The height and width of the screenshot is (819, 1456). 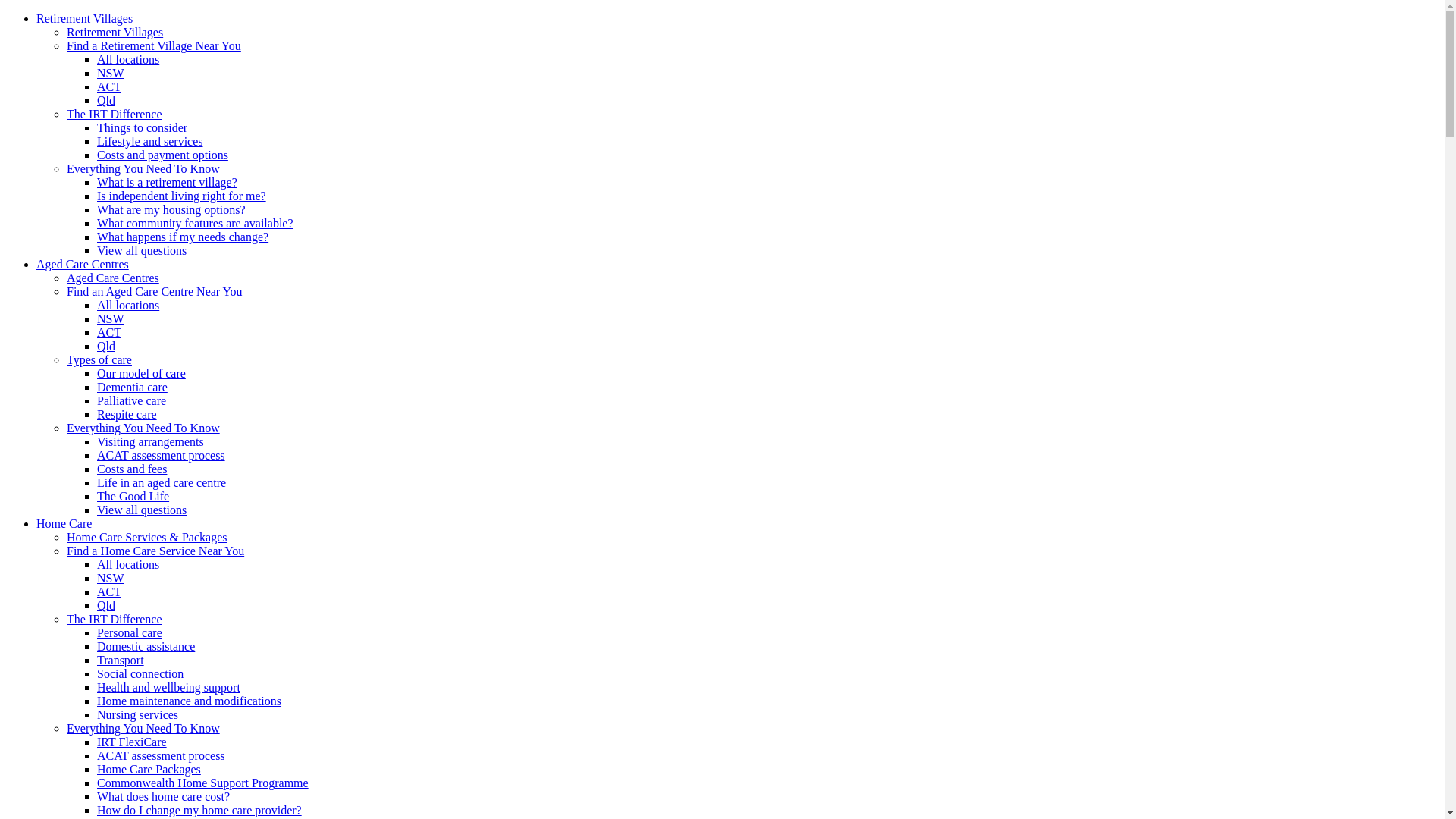 I want to click on 'Health and wellbeing support', so click(x=168, y=687).